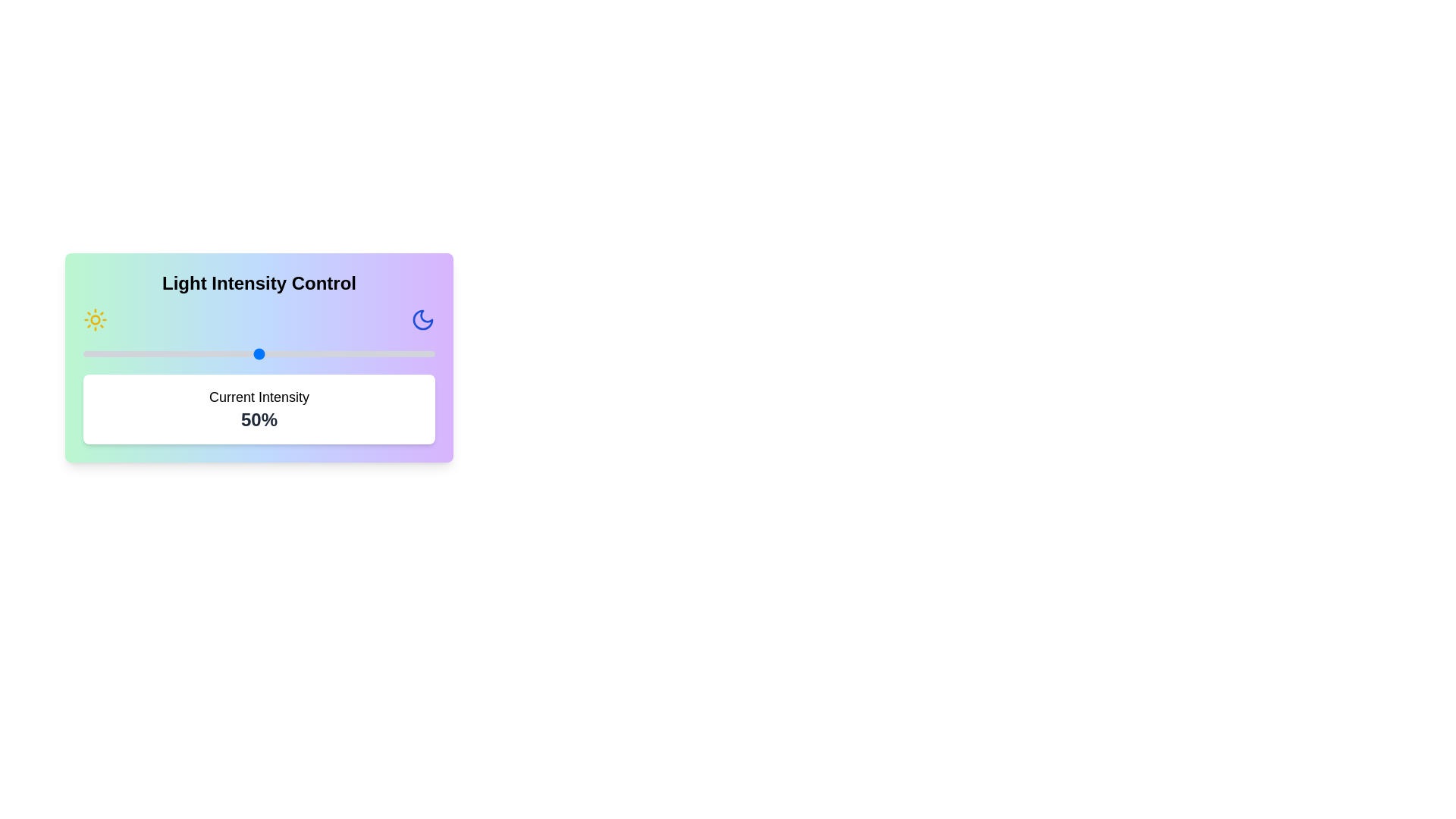 The width and height of the screenshot is (1456, 819). Describe the element at coordinates (422, 318) in the screenshot. I see `the crescent moon icon located in the top-right corner of the 'Light Intensity Control' card` at that location.